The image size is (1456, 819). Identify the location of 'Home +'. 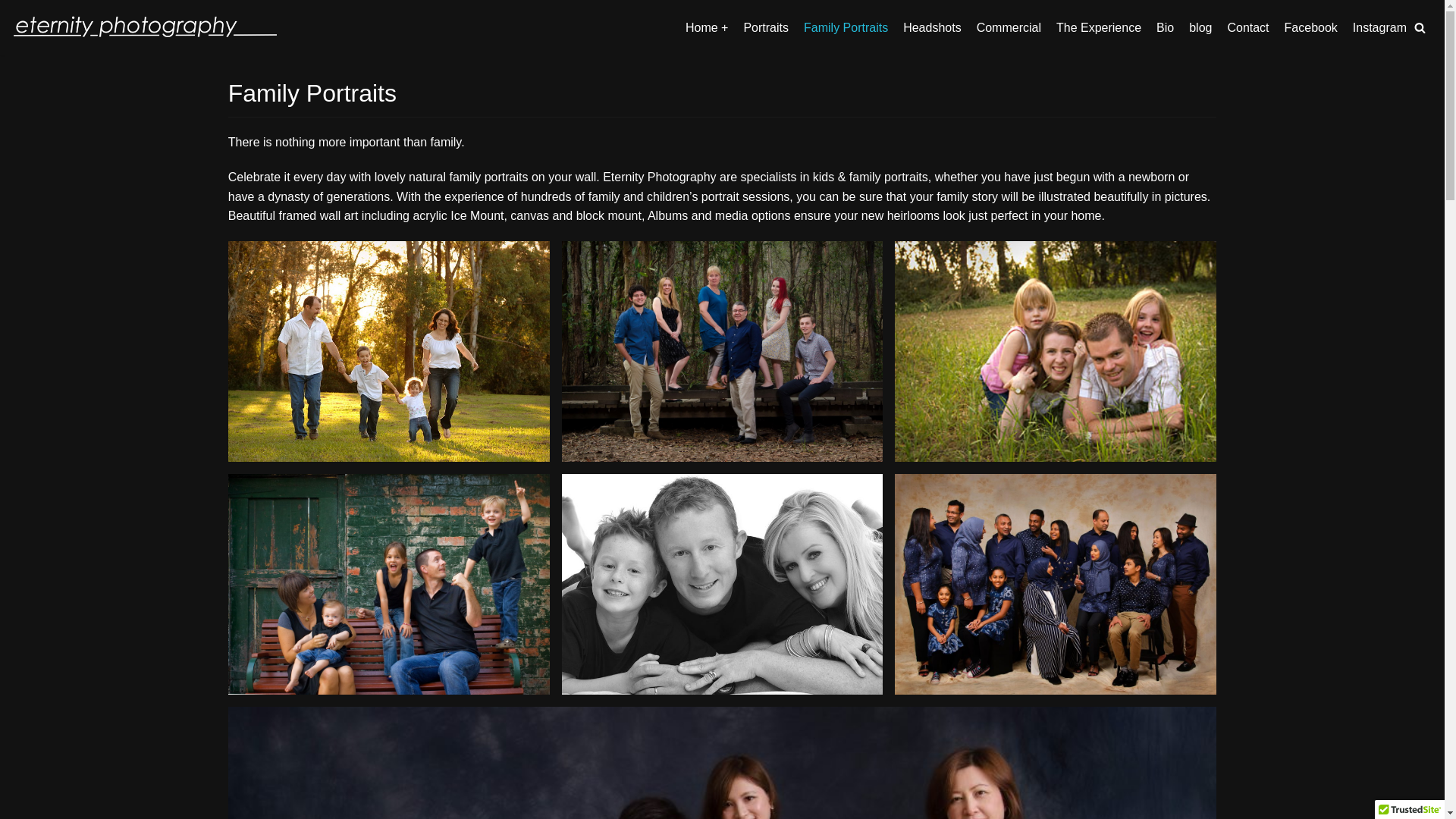
(705, 28).